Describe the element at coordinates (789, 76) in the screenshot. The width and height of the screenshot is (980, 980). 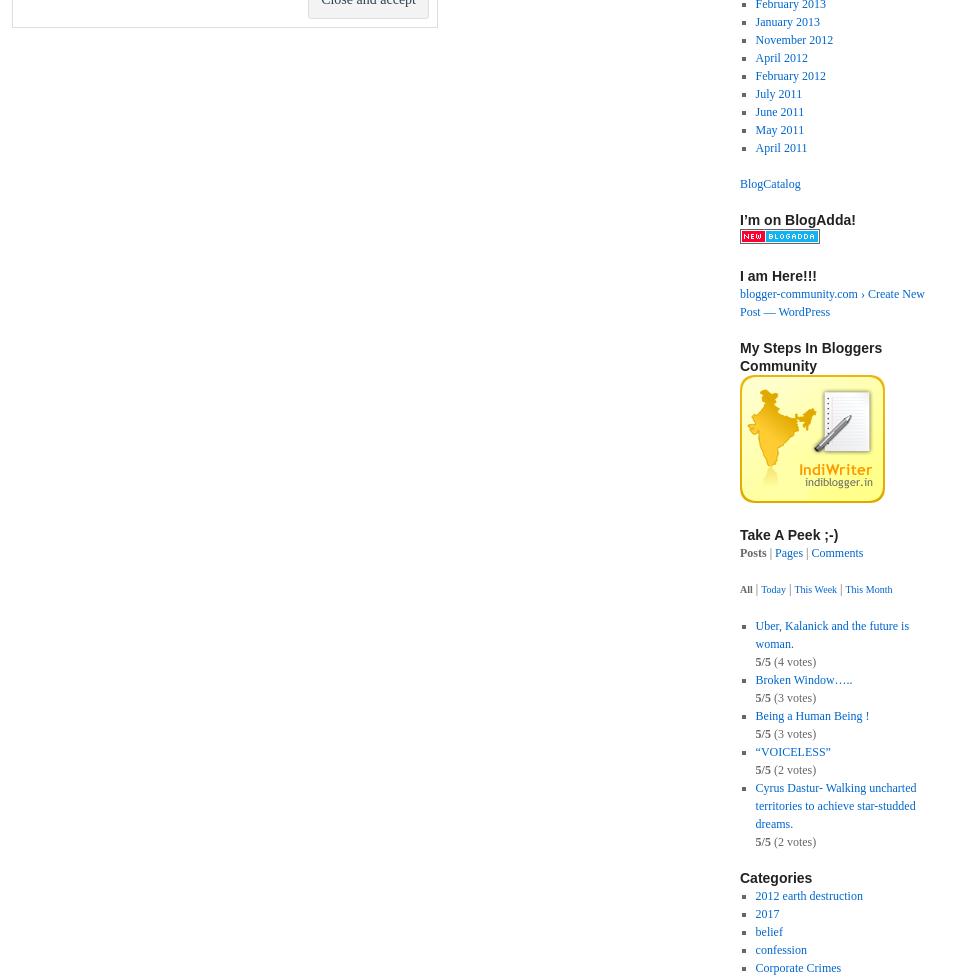
I see `'February 2012'` at that location.